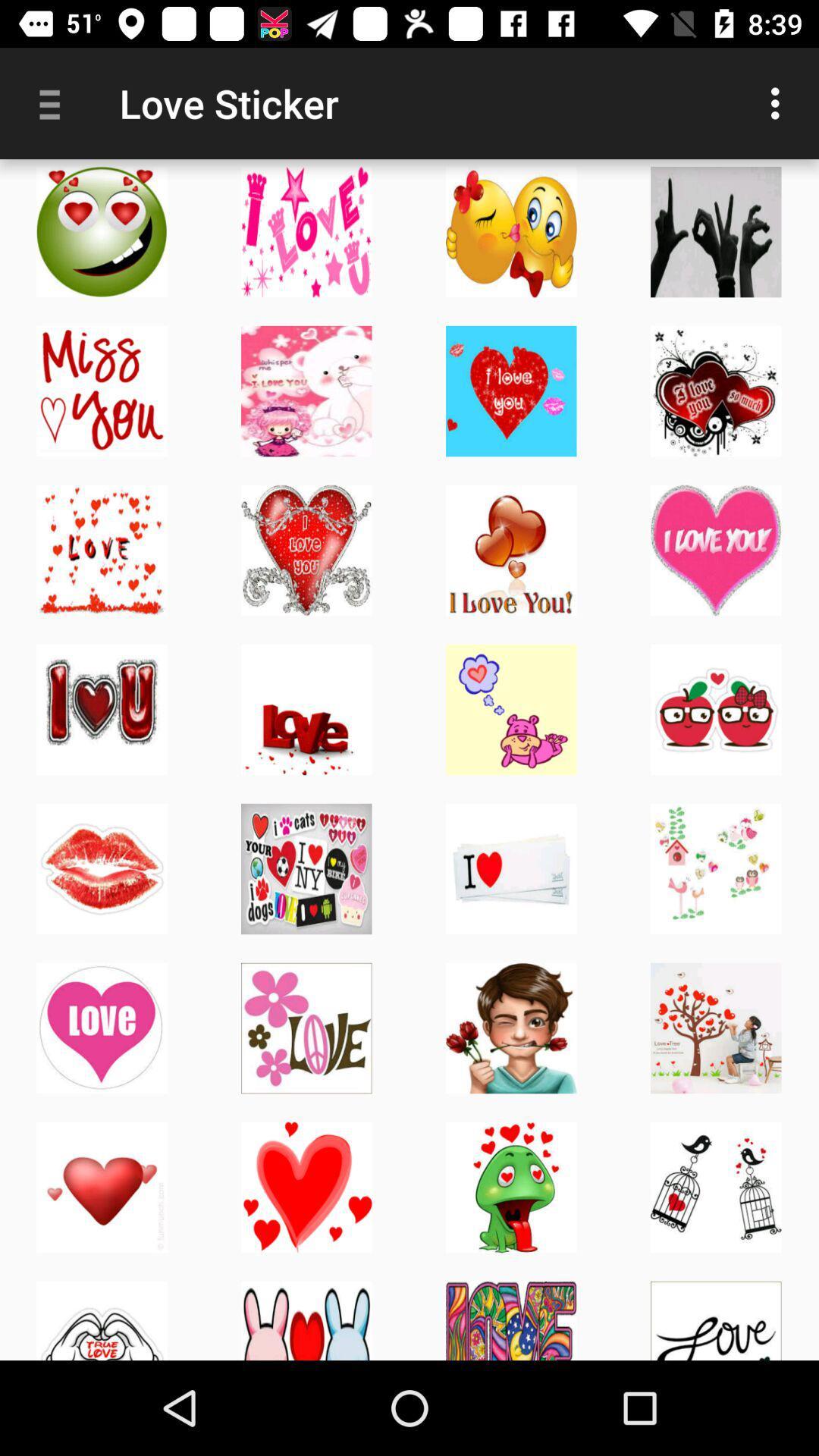 The width and height of the screenshot is (819, 1456). I want to click on icon to the left of the love sticker, so click(55, 102).